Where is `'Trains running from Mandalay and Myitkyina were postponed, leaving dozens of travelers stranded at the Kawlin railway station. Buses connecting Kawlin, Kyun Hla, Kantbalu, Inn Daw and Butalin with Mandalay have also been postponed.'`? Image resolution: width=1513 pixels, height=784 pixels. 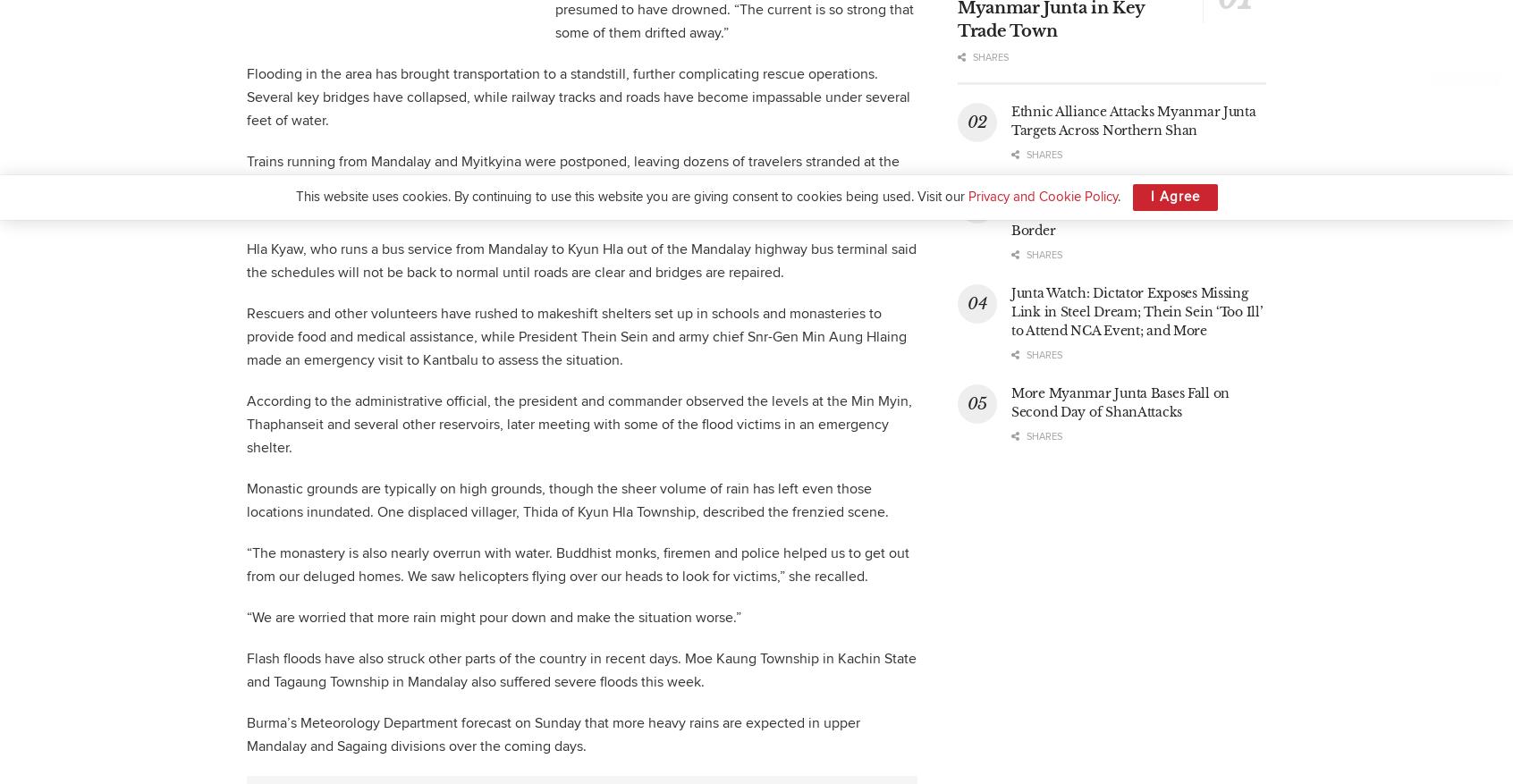
'Trains running from Mandalay and Myitkyina were postponed, leaving dozens of travelers stranded at the Kawlin railway station. Buses connecting Kawlin, Kyun Hla, Kantbalu, Inn Daw and Butalin with Mandalay have also been postponed.' is located at coordinates (246, 183).